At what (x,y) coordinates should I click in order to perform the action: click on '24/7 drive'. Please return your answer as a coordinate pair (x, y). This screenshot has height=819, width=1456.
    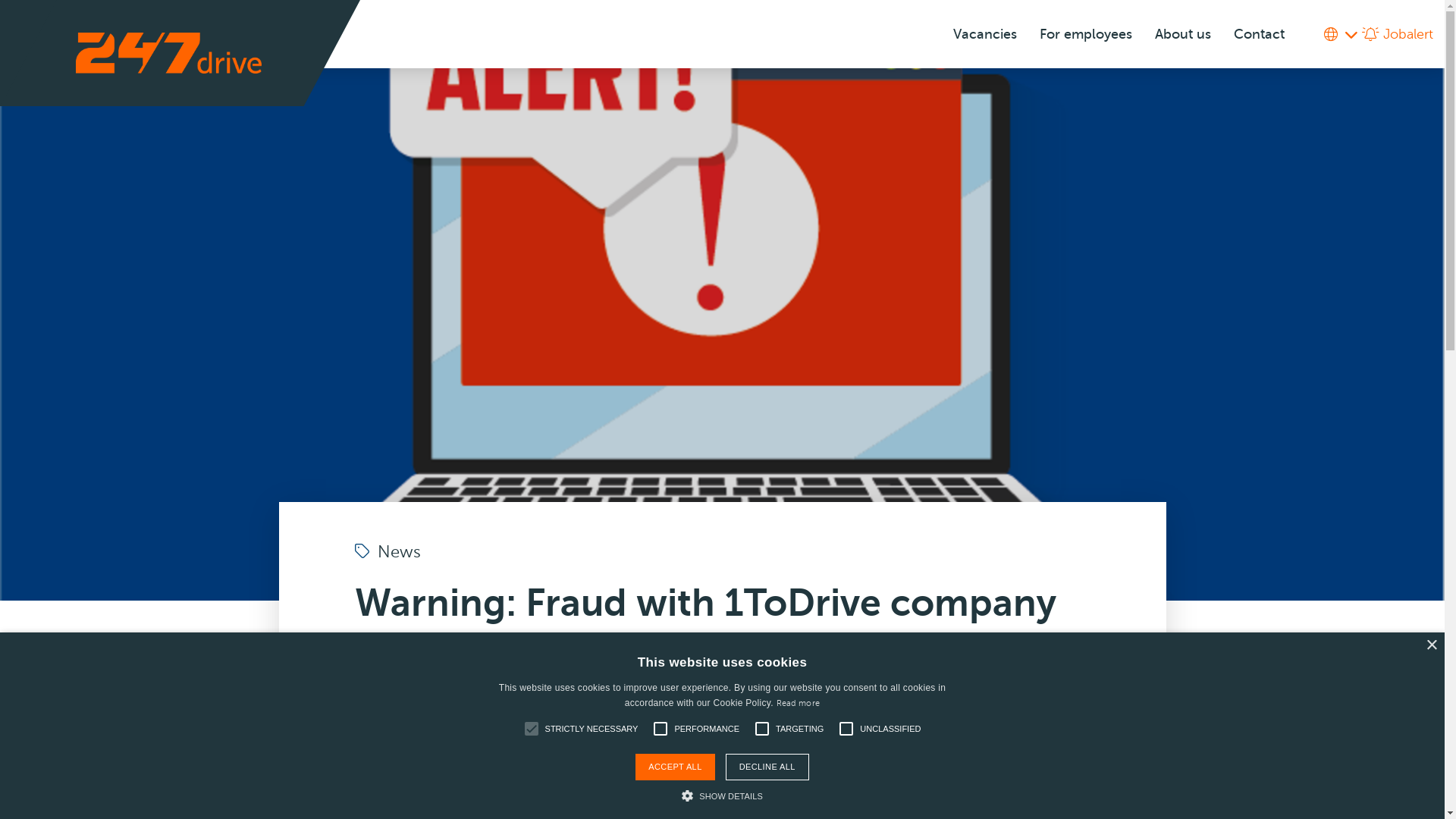
    Looking at the image, I should click on (168, 52).